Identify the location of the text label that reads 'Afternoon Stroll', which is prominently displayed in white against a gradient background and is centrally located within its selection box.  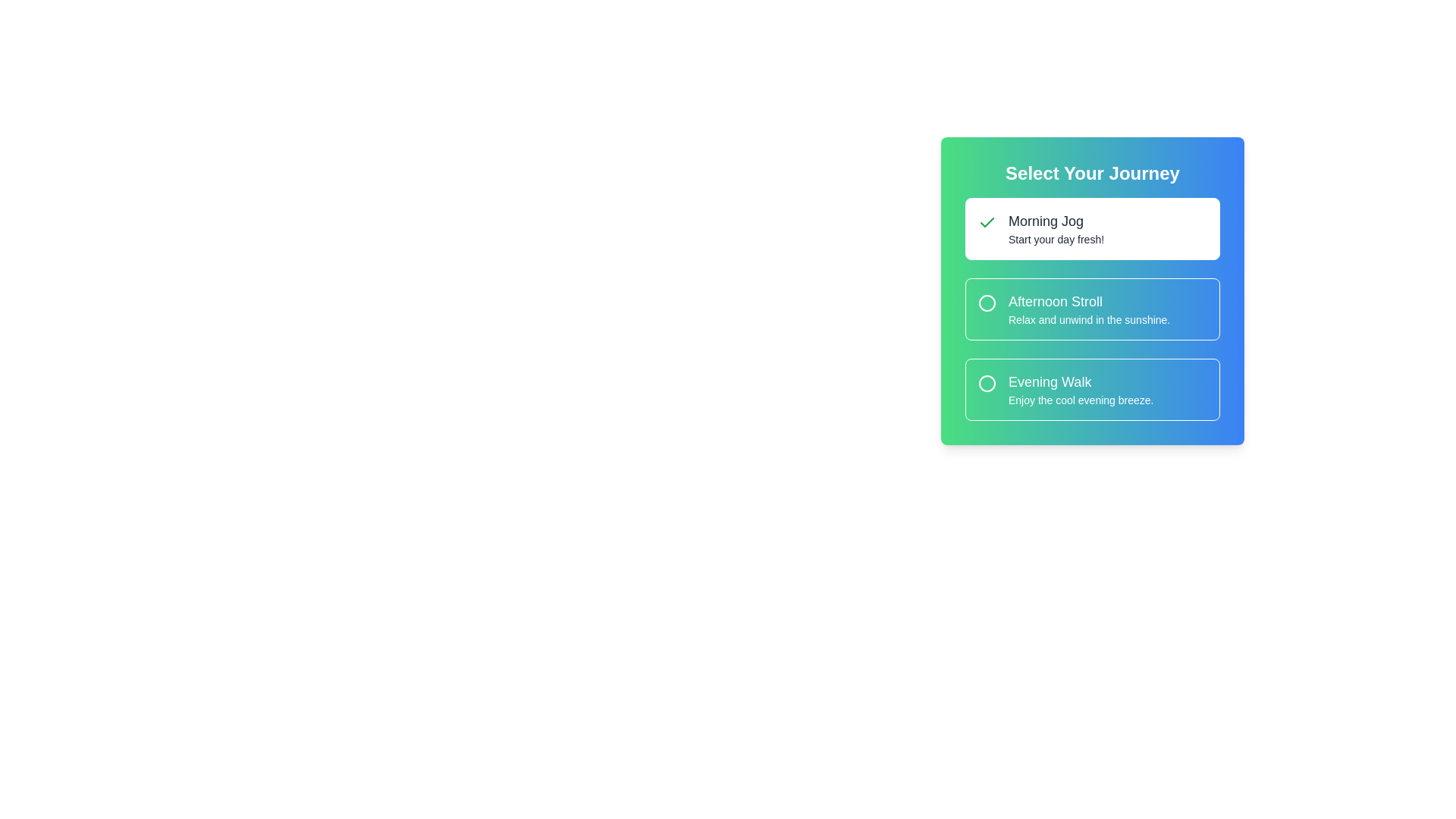
(1088, 301).